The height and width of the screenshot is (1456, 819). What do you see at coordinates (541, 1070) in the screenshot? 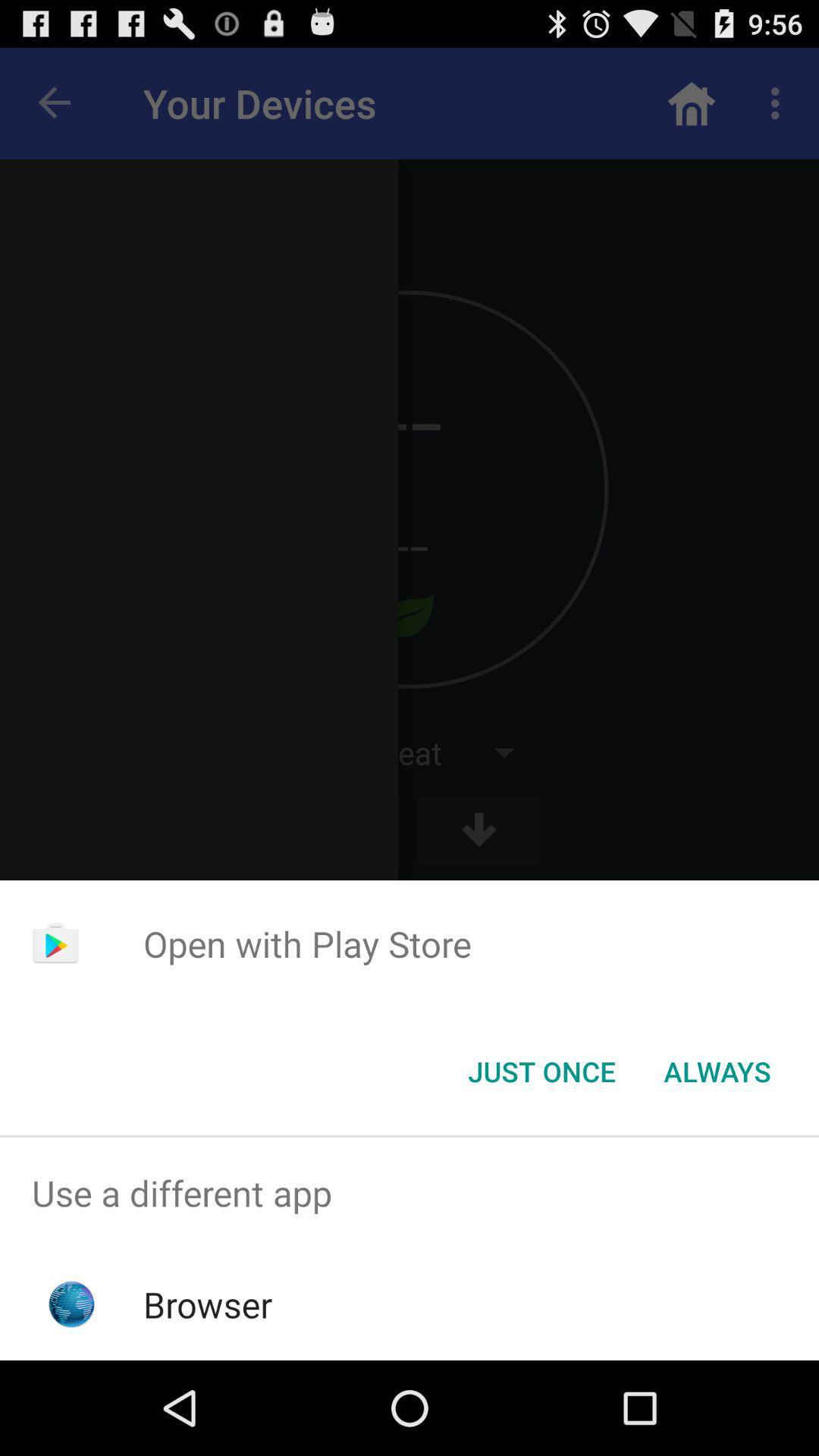
I see `button next to the always icon` at bounding box center [541, 1070].